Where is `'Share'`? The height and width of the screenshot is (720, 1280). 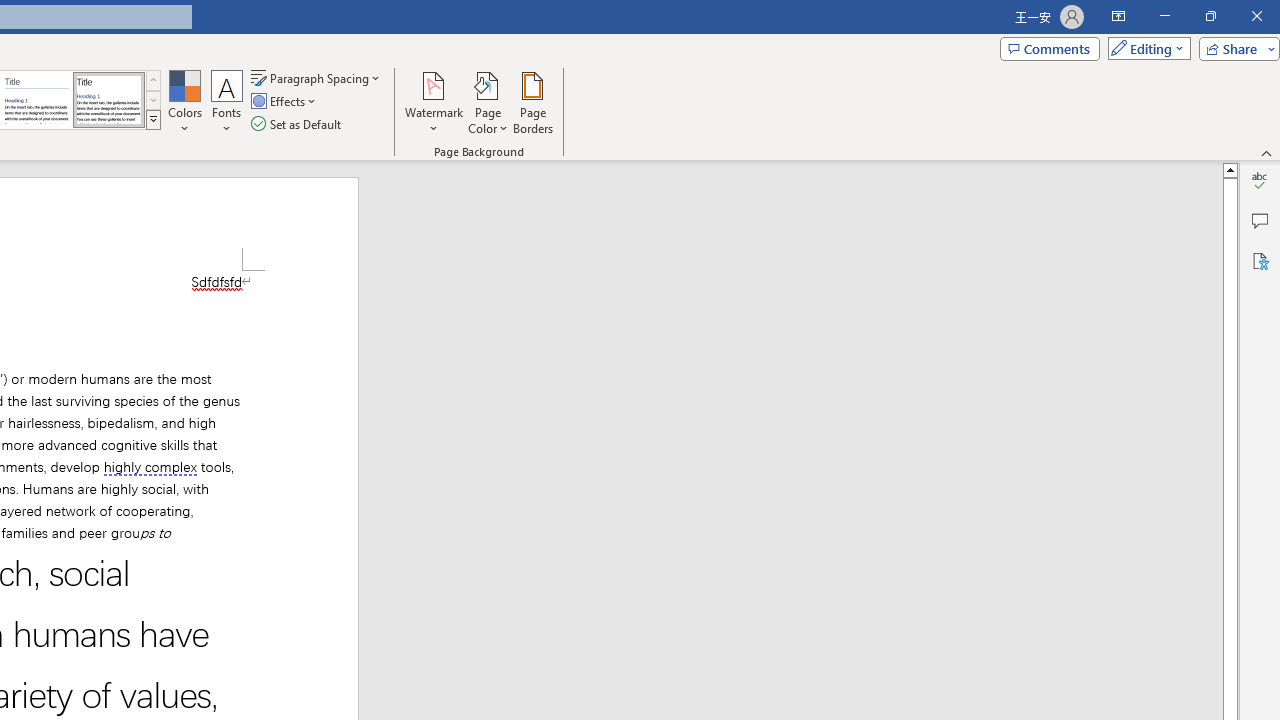 'Share' is located at coordinates (1234, 47).